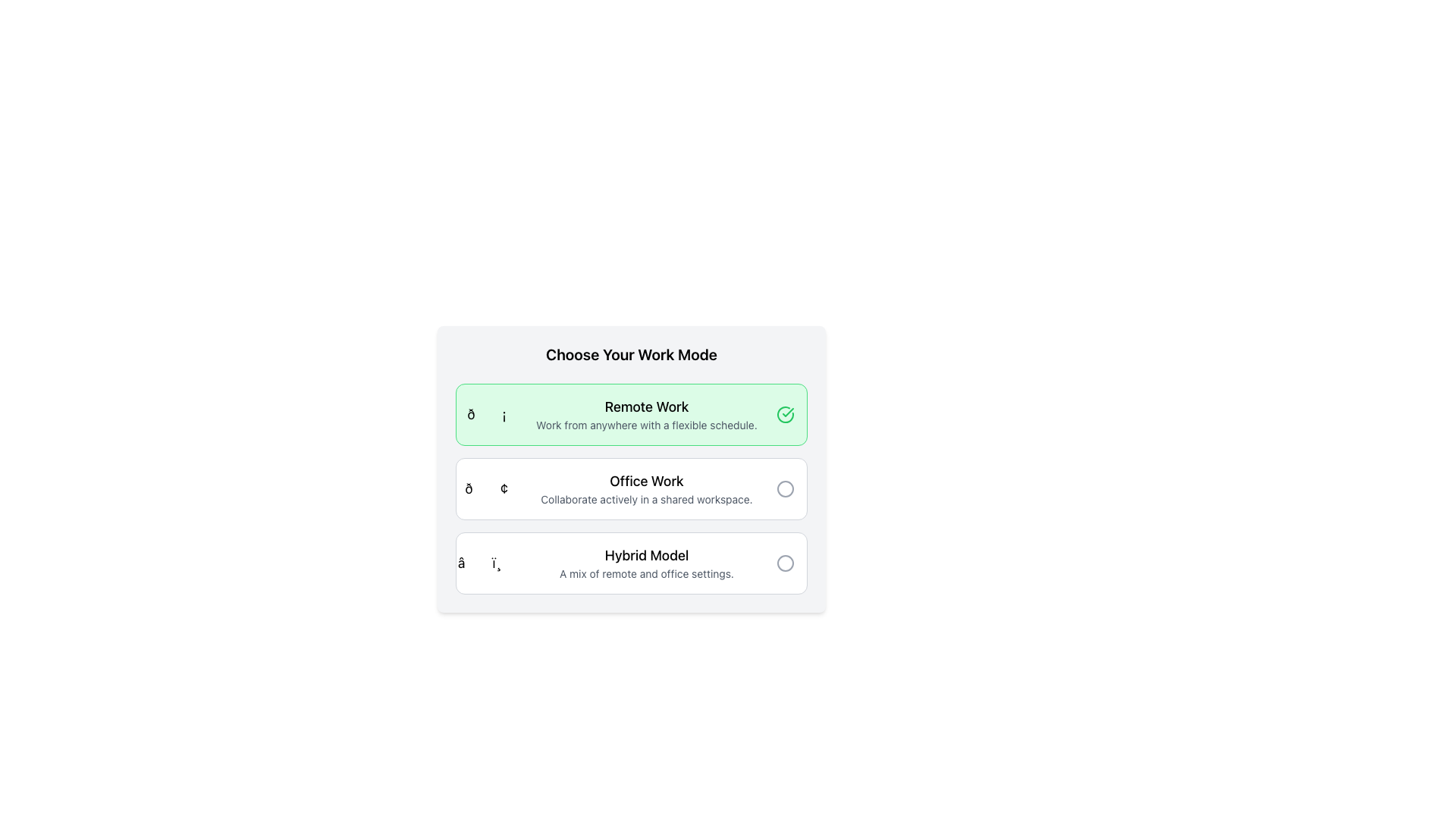 The width and height of the screenshot is (1456, 819). Describe the element at coordinates (632, 468) in the screenshot. I see `the second option in the work mode selection list, which allows users to select 'Office Work' as their preferred work mode` at that location.